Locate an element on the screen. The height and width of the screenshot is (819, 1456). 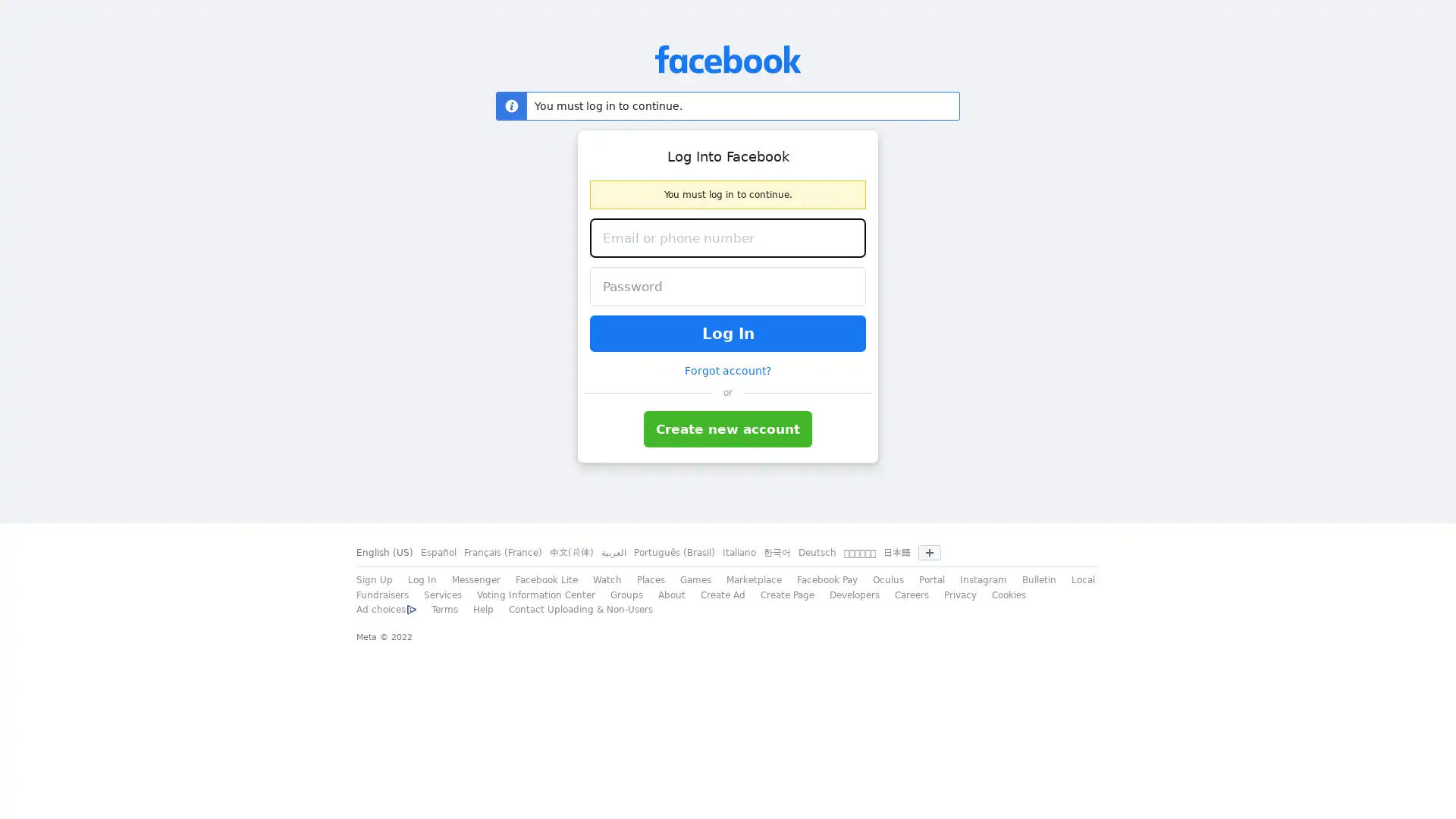
Log In is located at coordinates (728, 332).